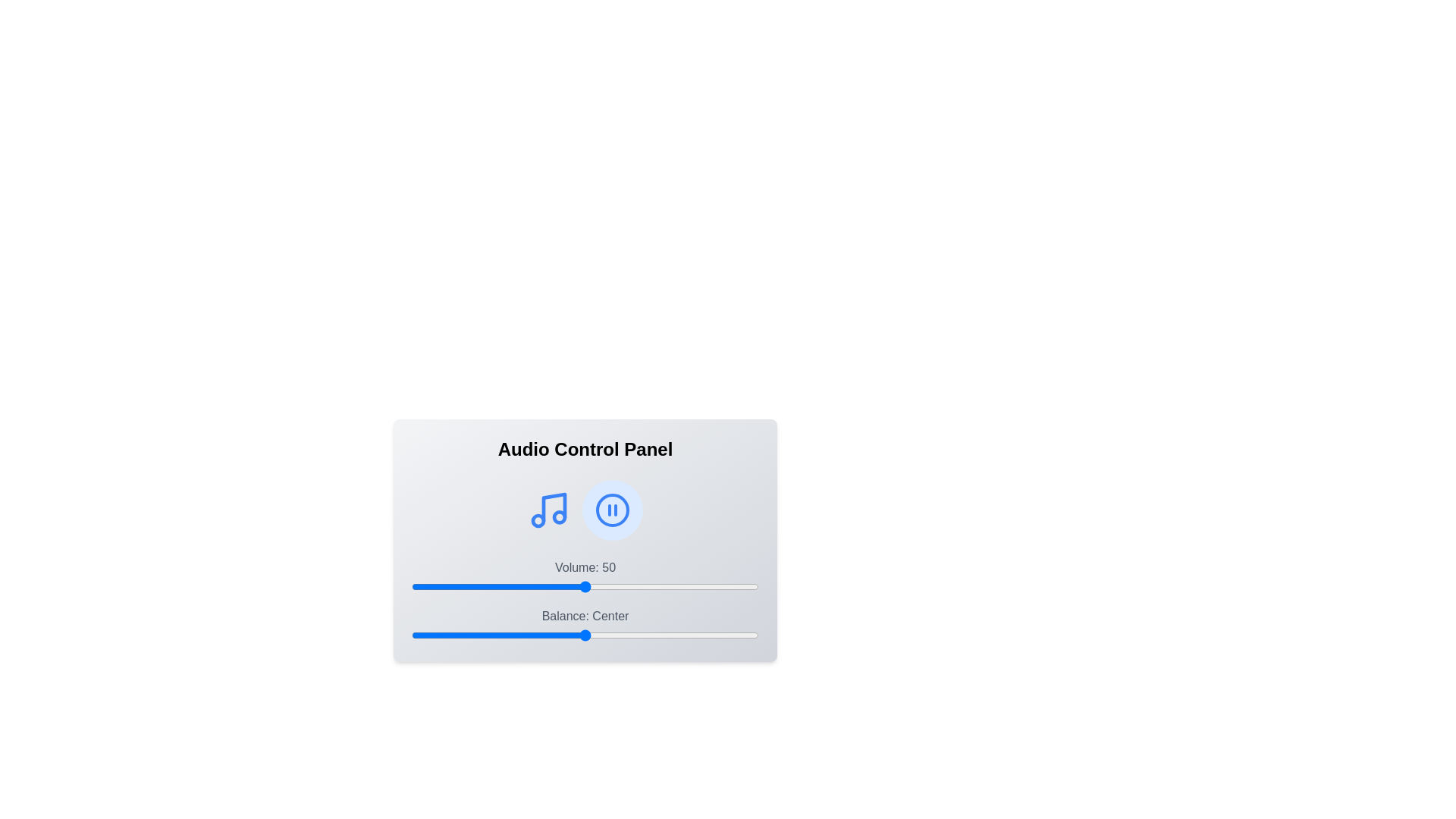 The width and height of the screenshot is (1456, 819). What do you see at coordinates (612, 510) in the screenshot?
I see `the prominent circular icon with a blue border and a light-blue background featuring a blue 'pause' symbol, located` at bounding box center [612, 510].